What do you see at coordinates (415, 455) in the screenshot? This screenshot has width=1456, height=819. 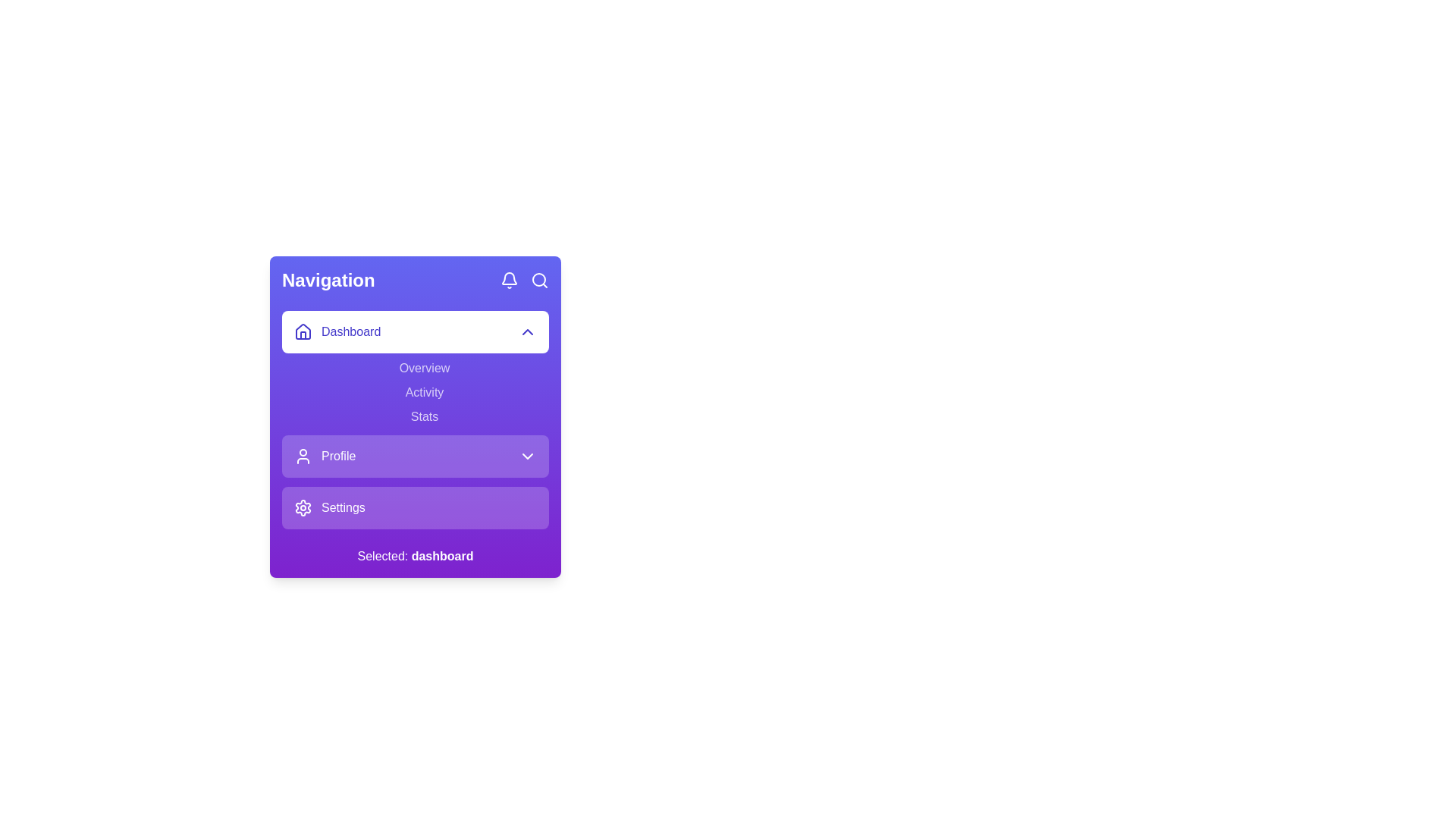 I see `the navigation item labeled 'Profile' located in the sidebar, positioned between 'Stats' and 'Settings'` at bounding box center [415, 455].